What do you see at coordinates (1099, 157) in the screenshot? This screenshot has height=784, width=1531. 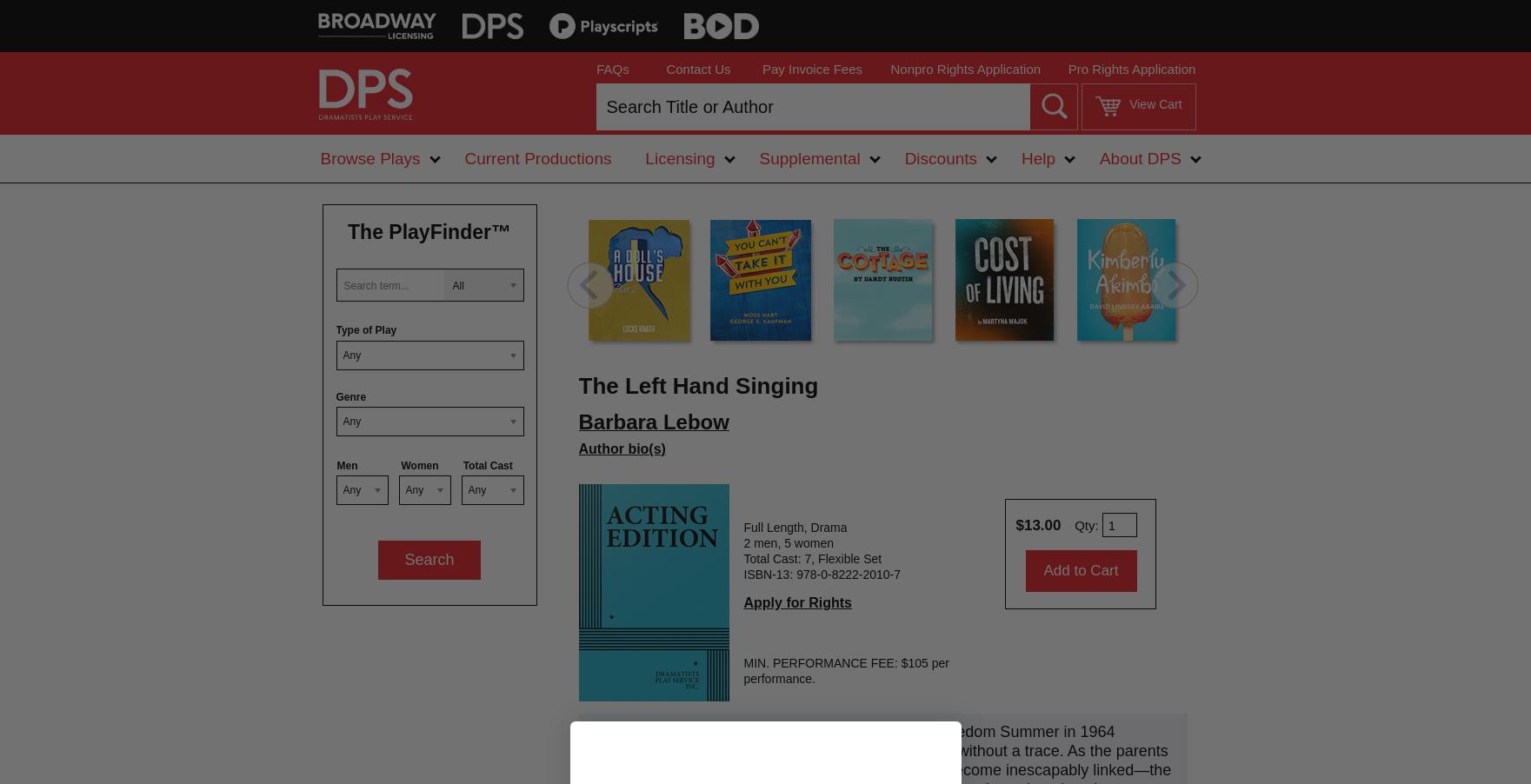 I see `'About DPS'` at bounding box center [1099, 157].